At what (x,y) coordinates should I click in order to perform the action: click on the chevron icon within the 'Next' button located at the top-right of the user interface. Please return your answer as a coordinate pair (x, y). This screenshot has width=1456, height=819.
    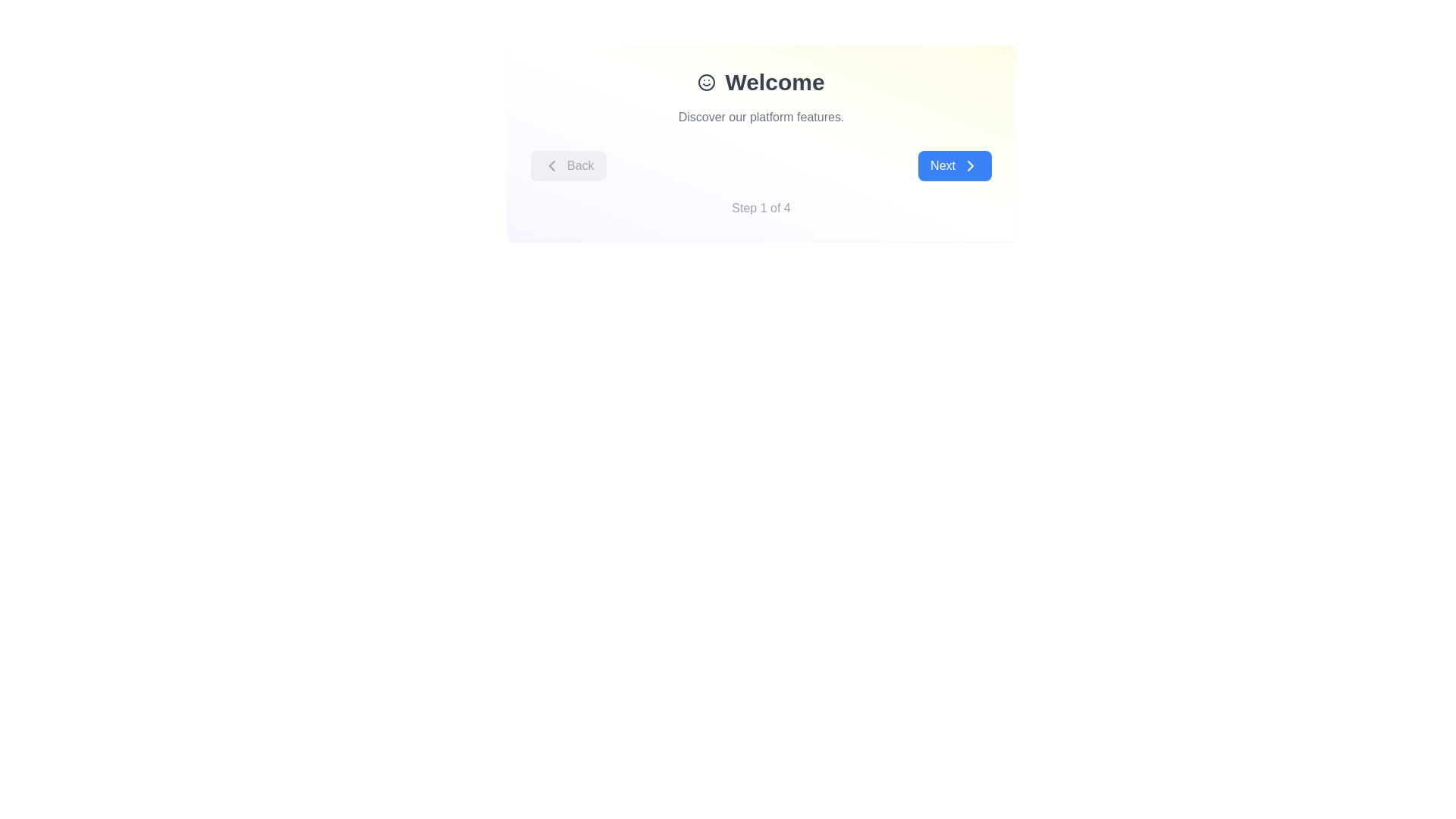
    Looking at the image, I should click on (971, 166).